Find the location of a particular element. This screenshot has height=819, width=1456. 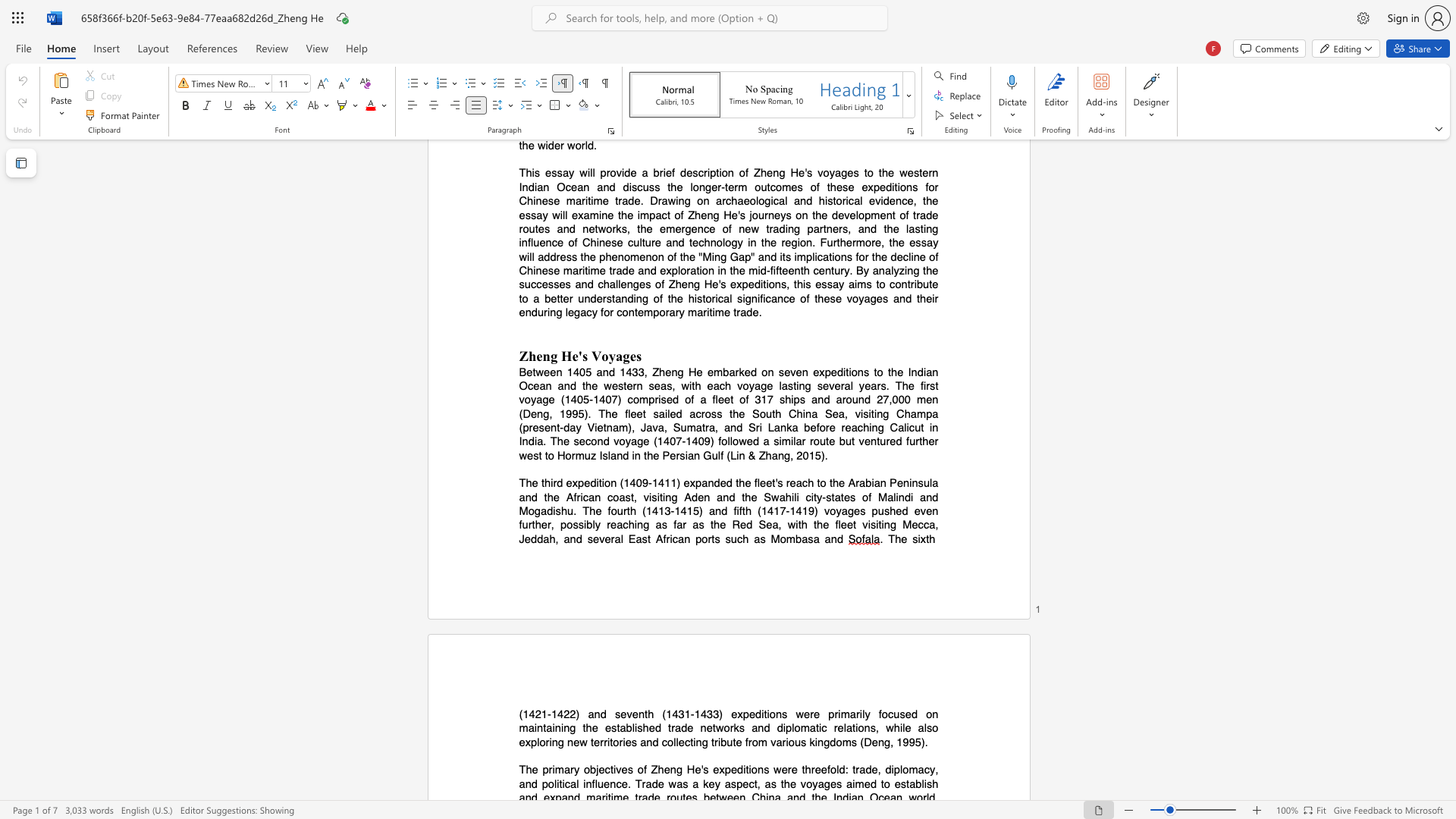

the space between the continuous character "r" and "e" in the text is located at coordinates (610, 524).